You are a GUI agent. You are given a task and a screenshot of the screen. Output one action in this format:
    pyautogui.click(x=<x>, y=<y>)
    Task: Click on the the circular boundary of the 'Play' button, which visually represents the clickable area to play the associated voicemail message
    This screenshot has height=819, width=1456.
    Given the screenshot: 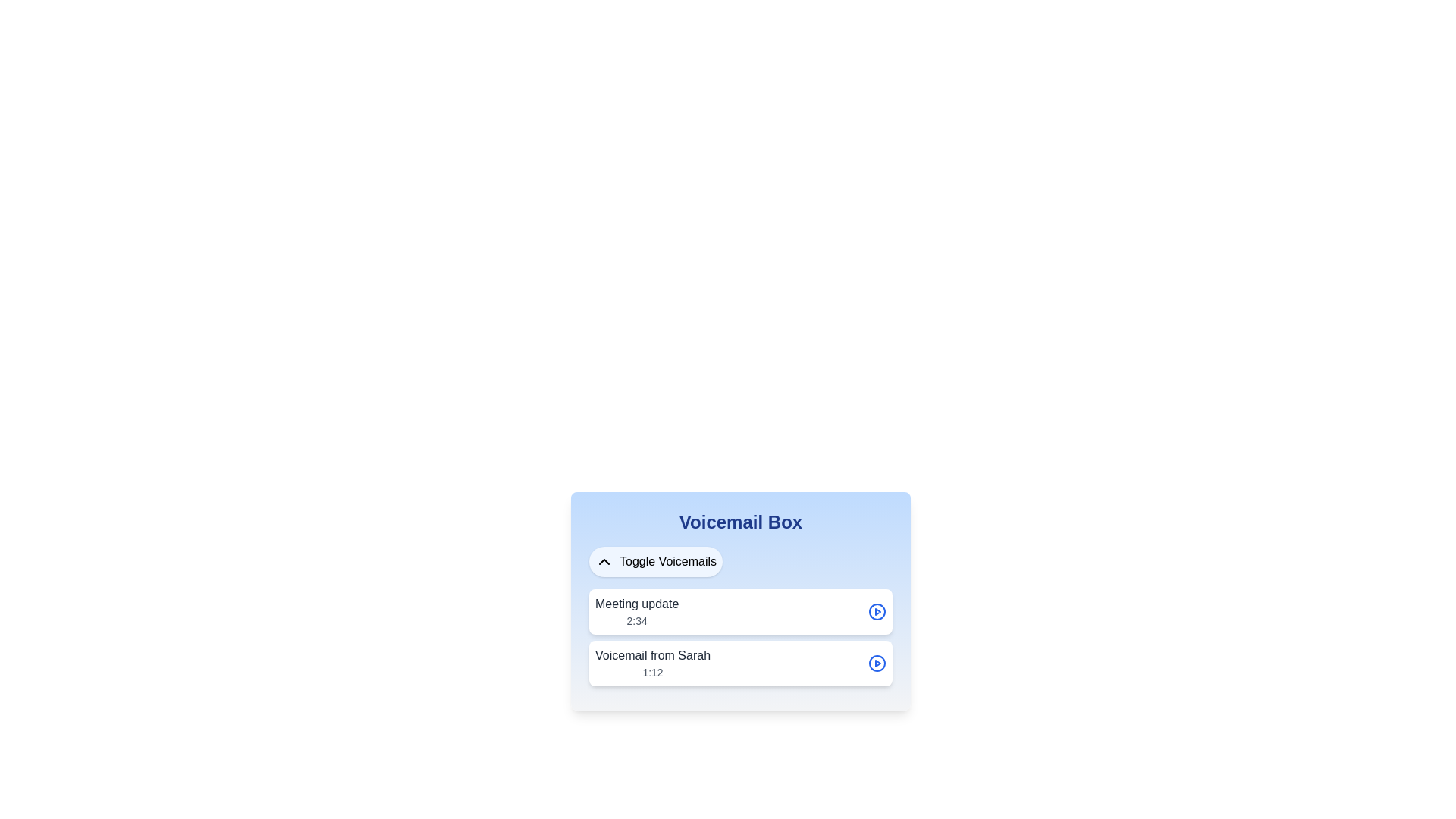 What is the action you would take?
    pyautogui.click(x=877, y=663)
    